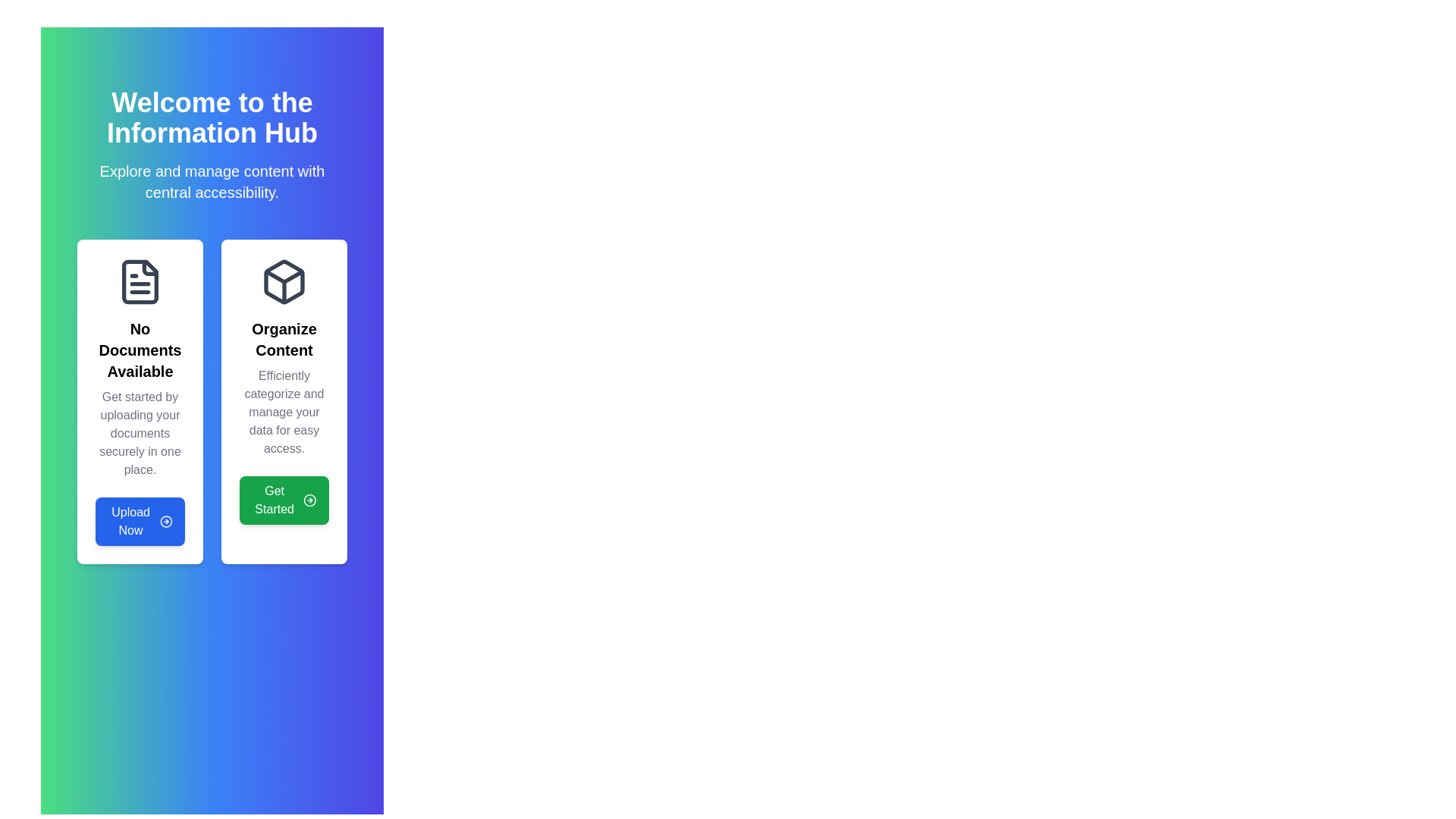 The width and height of the screenshot is (1456, 819). What do you see at coordinates (284, 277) in the screenshot?
I see `the triangular icon resembling an inverted chevron located in the center of the second card labeled 'Organize Content'` at bounding box center [284, 277].